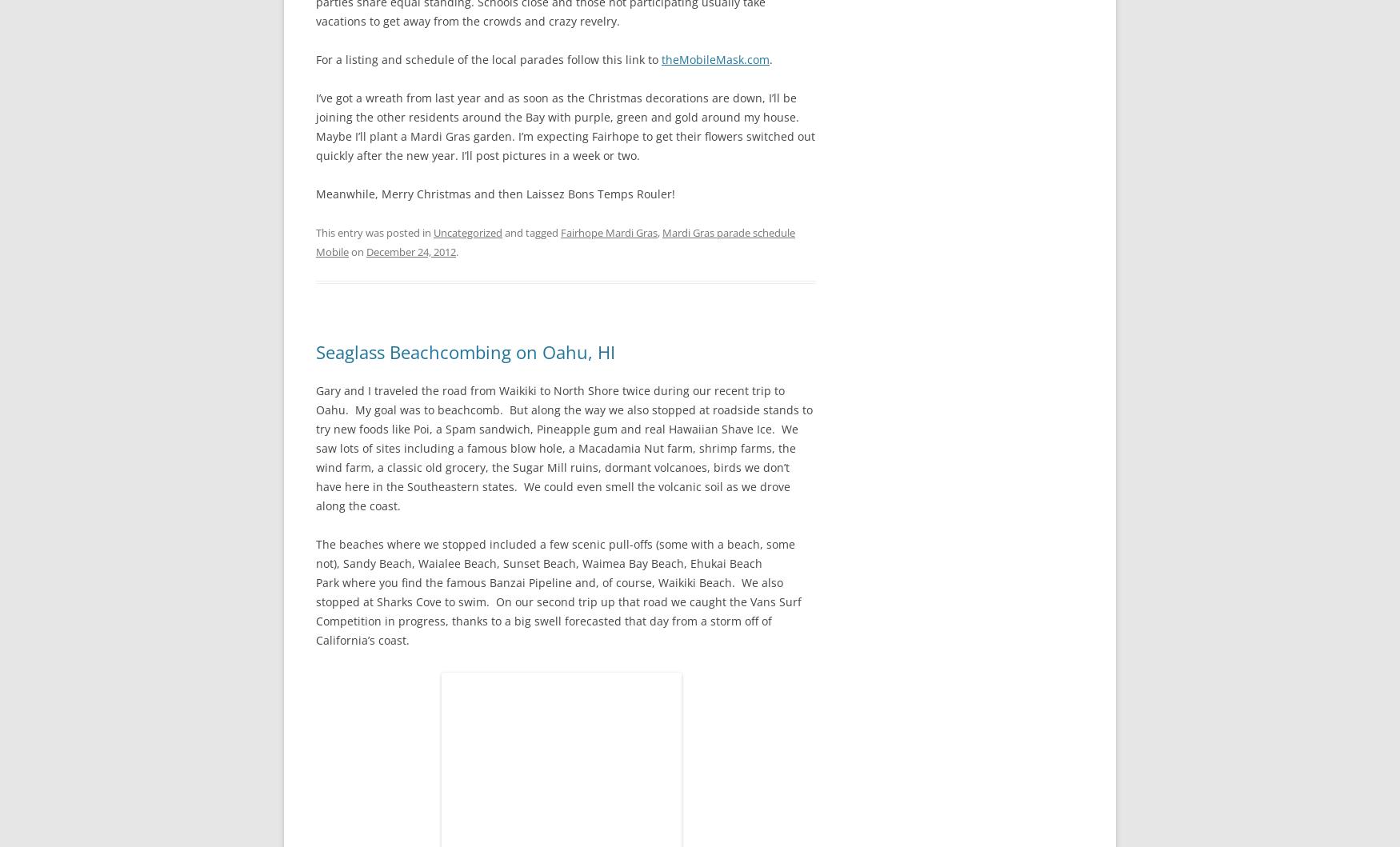 Image resolution: width=1400 pixels, height=847 pixels. What do you see at coordinates (357, 250) in the screenshot?
I see `'on'` at bounding box center [357, 250].